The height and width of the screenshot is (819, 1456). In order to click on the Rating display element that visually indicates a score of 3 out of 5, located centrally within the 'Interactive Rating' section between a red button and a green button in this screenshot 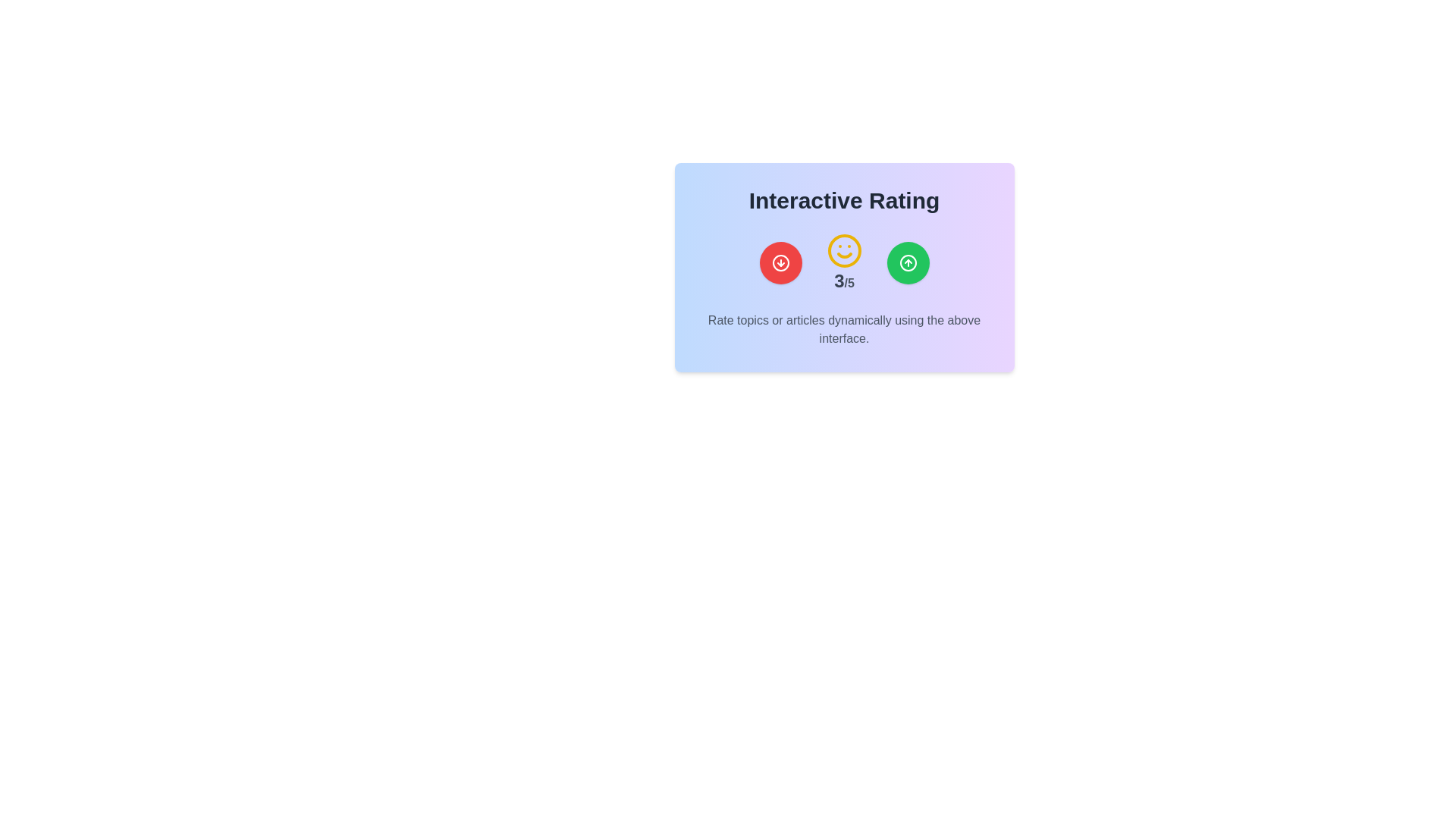, I will do `click(843, 262)`.